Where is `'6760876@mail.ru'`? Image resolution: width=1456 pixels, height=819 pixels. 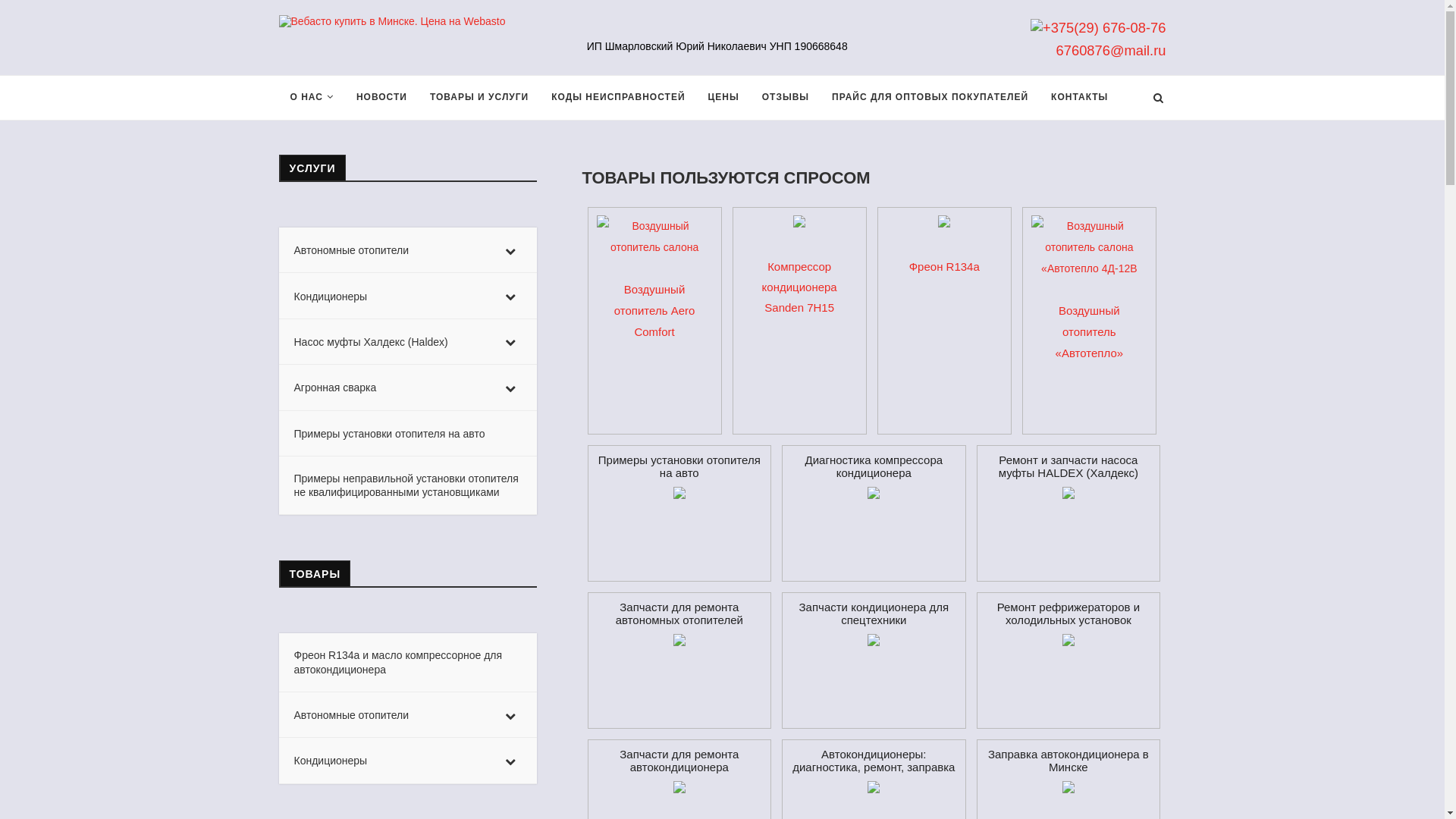
'6760876@mail.ru' is located at coordinates (1111, 49).